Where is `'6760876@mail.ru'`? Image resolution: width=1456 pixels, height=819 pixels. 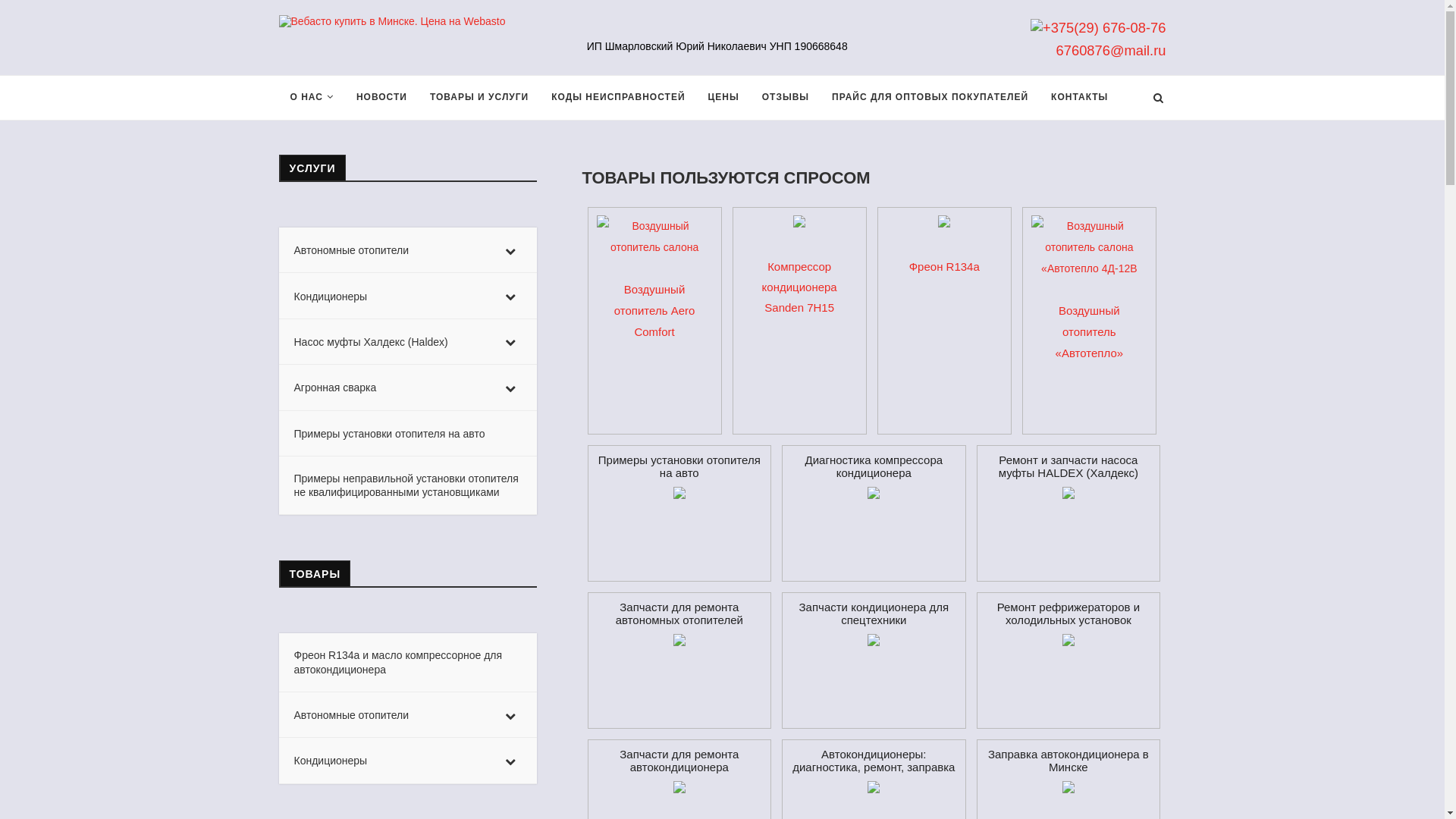
'6760876@mail.ru' is located at coordinates (1111, 49).